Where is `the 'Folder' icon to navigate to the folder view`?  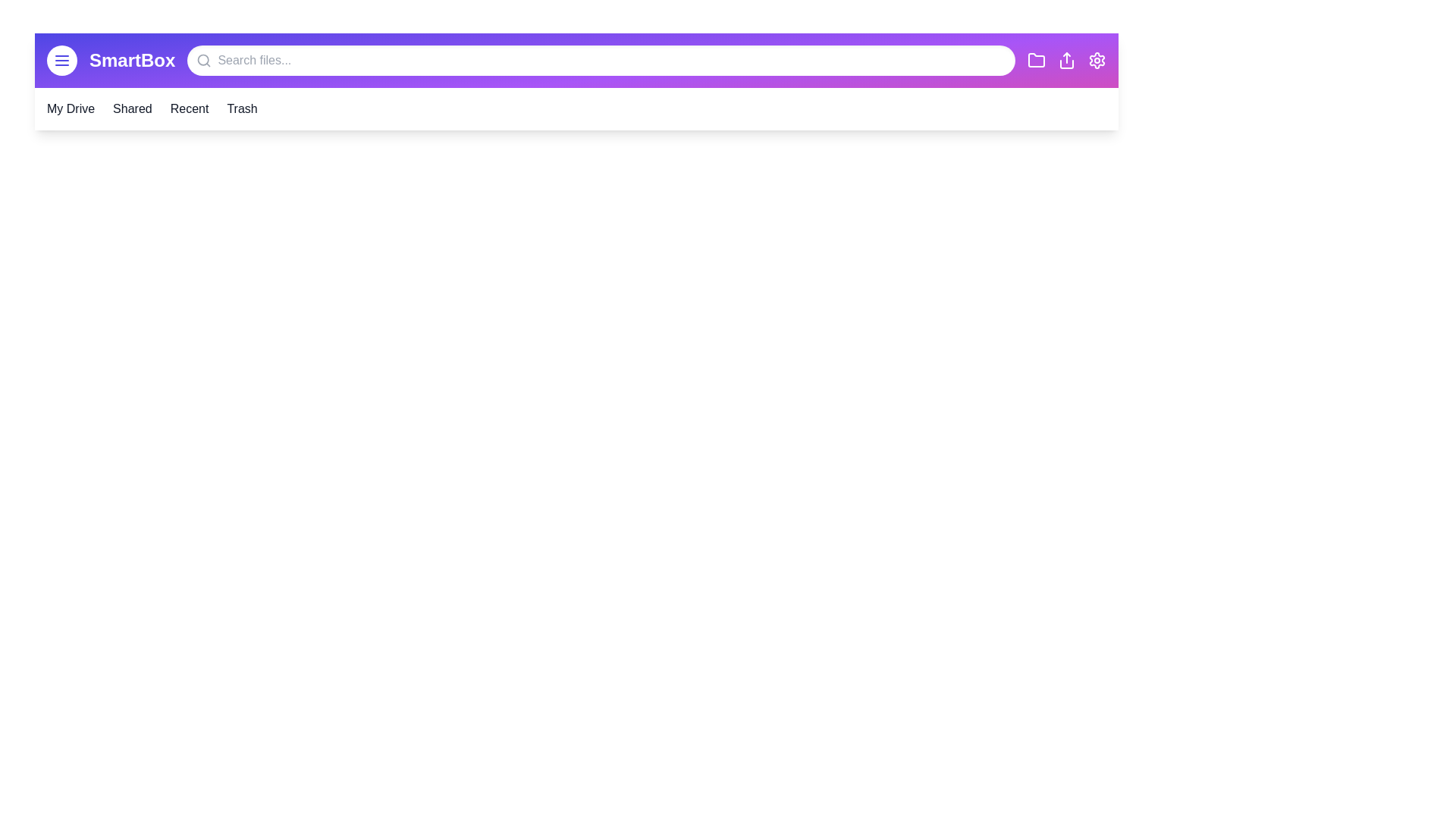 the 'Folder' icon to navigate to the folder view is located at coordinates (1036, 60).